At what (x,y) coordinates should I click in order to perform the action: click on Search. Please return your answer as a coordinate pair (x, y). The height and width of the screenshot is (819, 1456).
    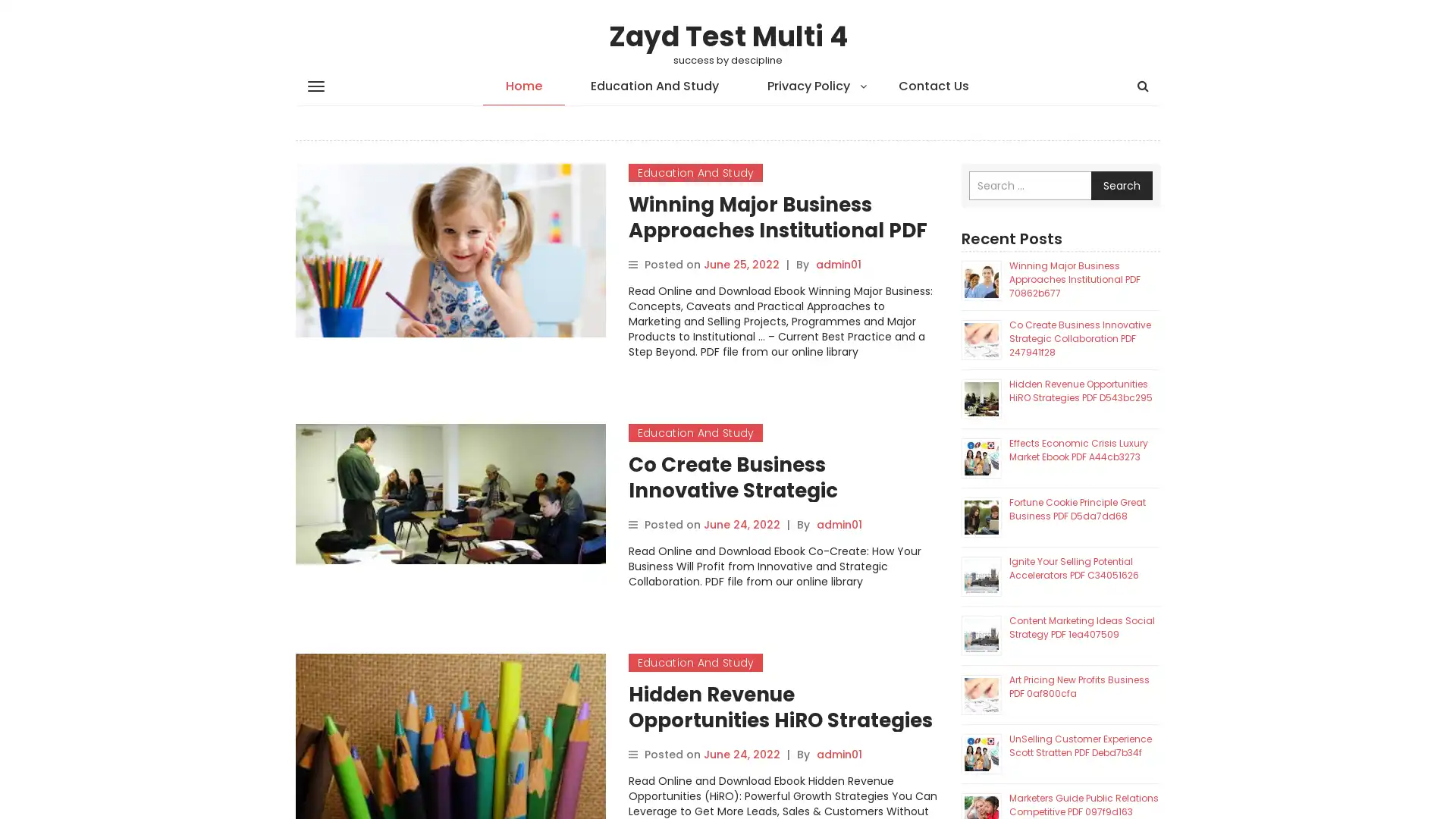
    Looking at the image, I should click on (1122, 185).